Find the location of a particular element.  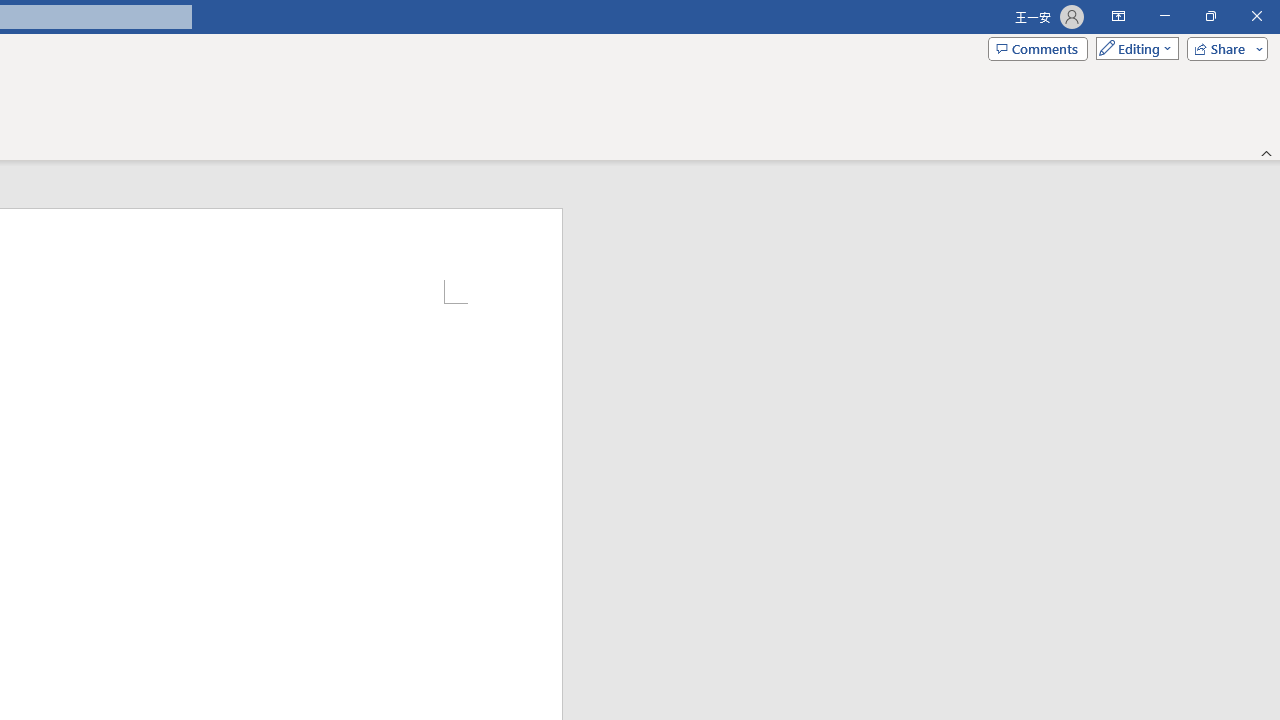

'Collapse the Ribbon' is located at coordinates (1266, 152).